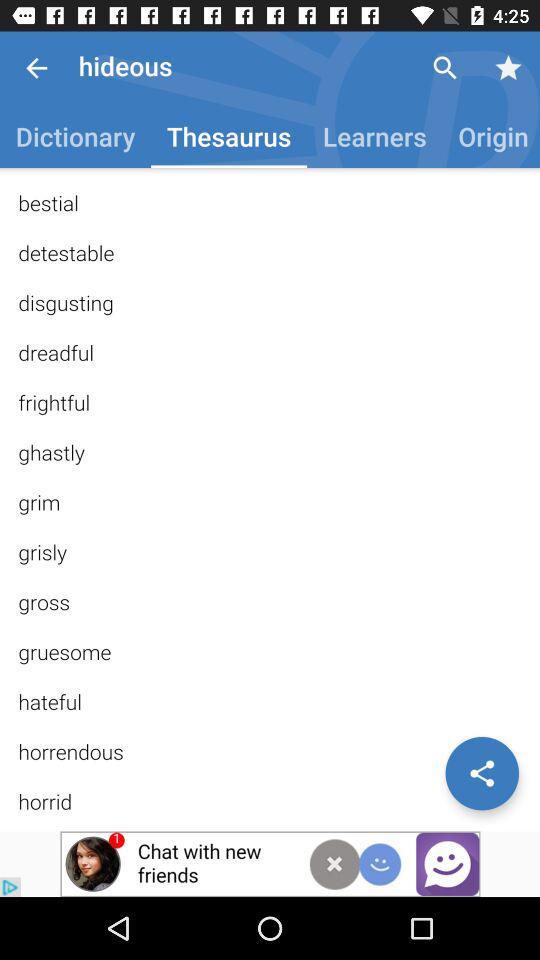 This screenshot has height=960, width=540. Describe the element at coordinates (481, 772) in the screenshot. I see `share the article` at that location.